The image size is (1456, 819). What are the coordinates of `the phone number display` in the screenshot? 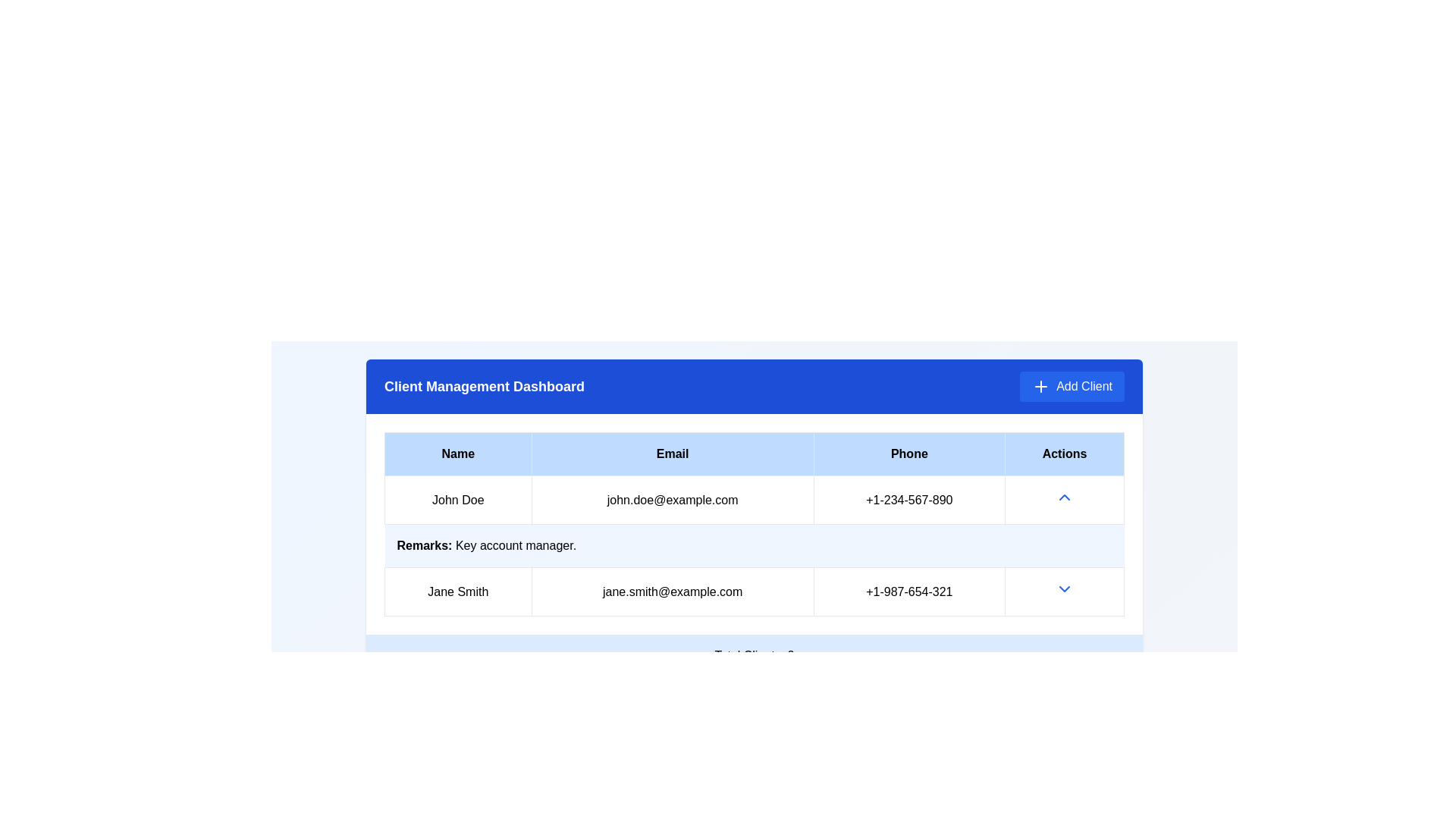 It's located at (909, 591).